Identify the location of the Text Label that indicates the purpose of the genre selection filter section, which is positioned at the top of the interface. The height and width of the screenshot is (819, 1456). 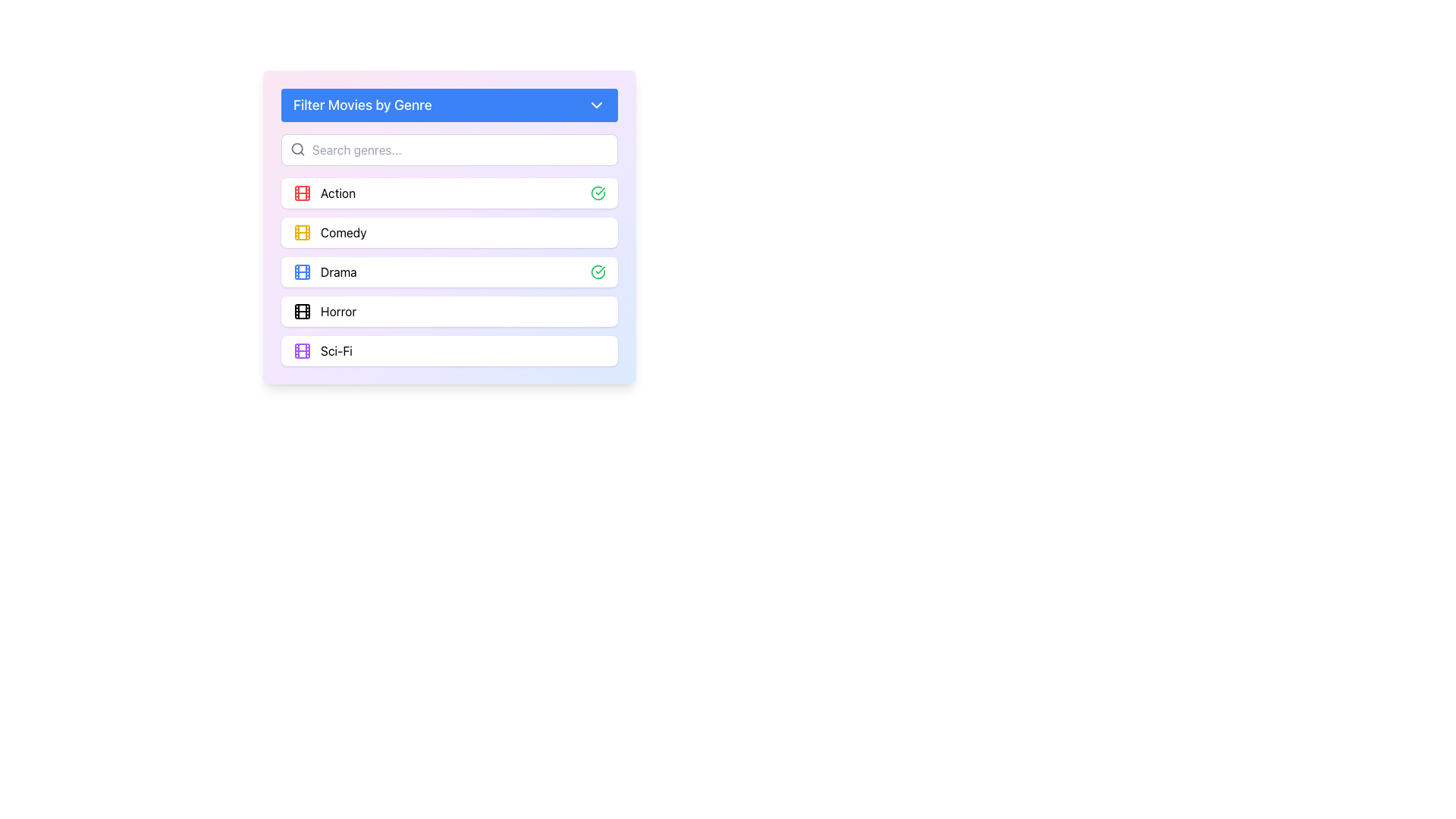
(362, 104).